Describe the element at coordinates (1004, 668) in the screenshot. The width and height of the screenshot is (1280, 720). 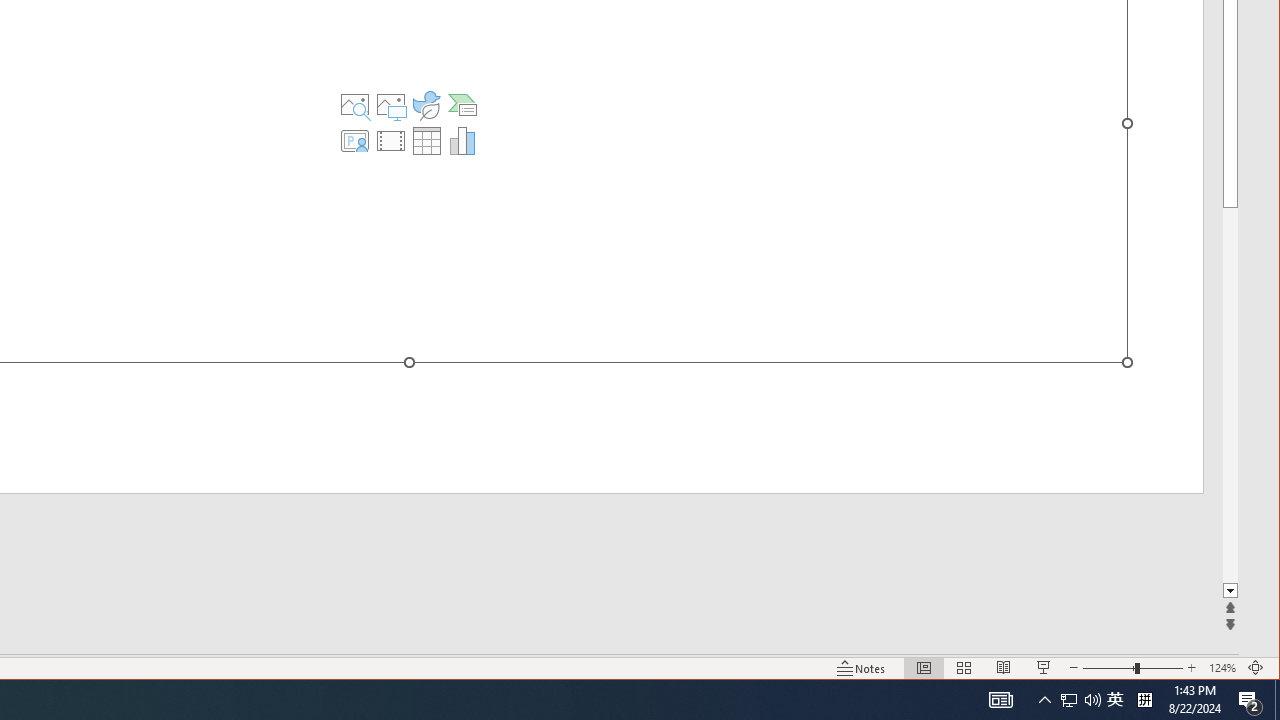
I see `'Reading View'` at that location.